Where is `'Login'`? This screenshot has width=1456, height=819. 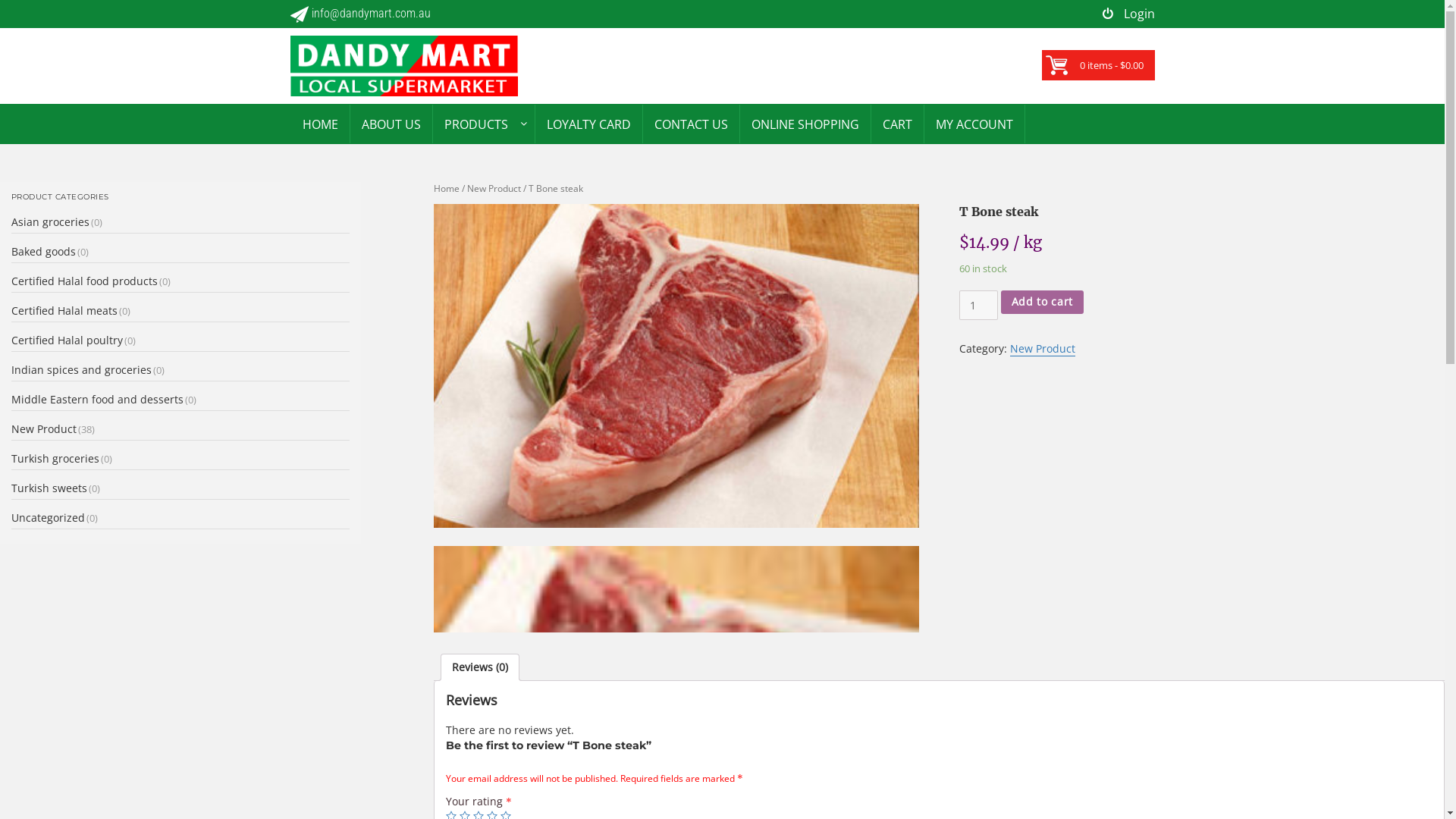
'Login' is located at coordinates (1128, 14).